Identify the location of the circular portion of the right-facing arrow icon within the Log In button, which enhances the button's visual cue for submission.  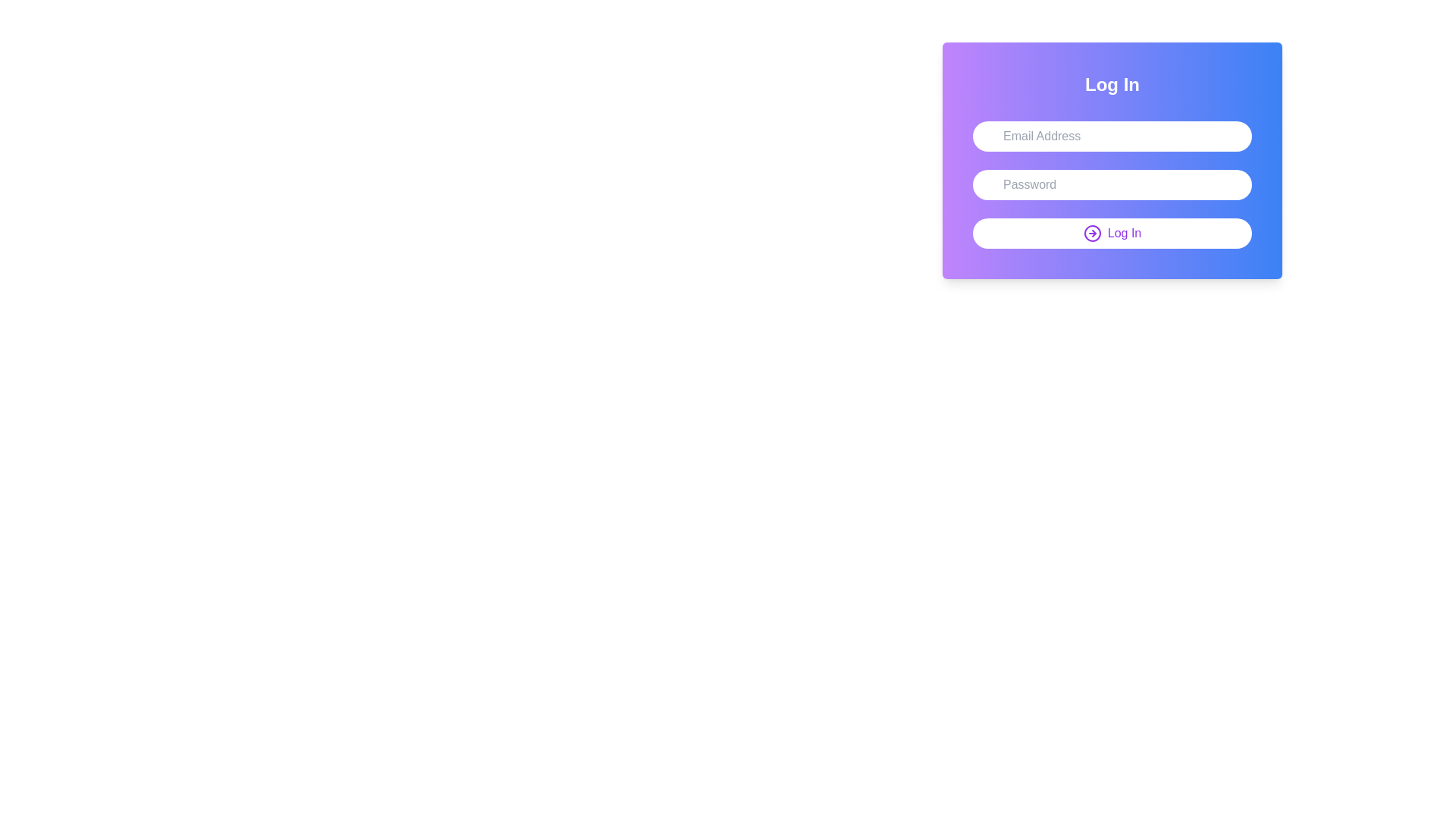
(1092, 234).